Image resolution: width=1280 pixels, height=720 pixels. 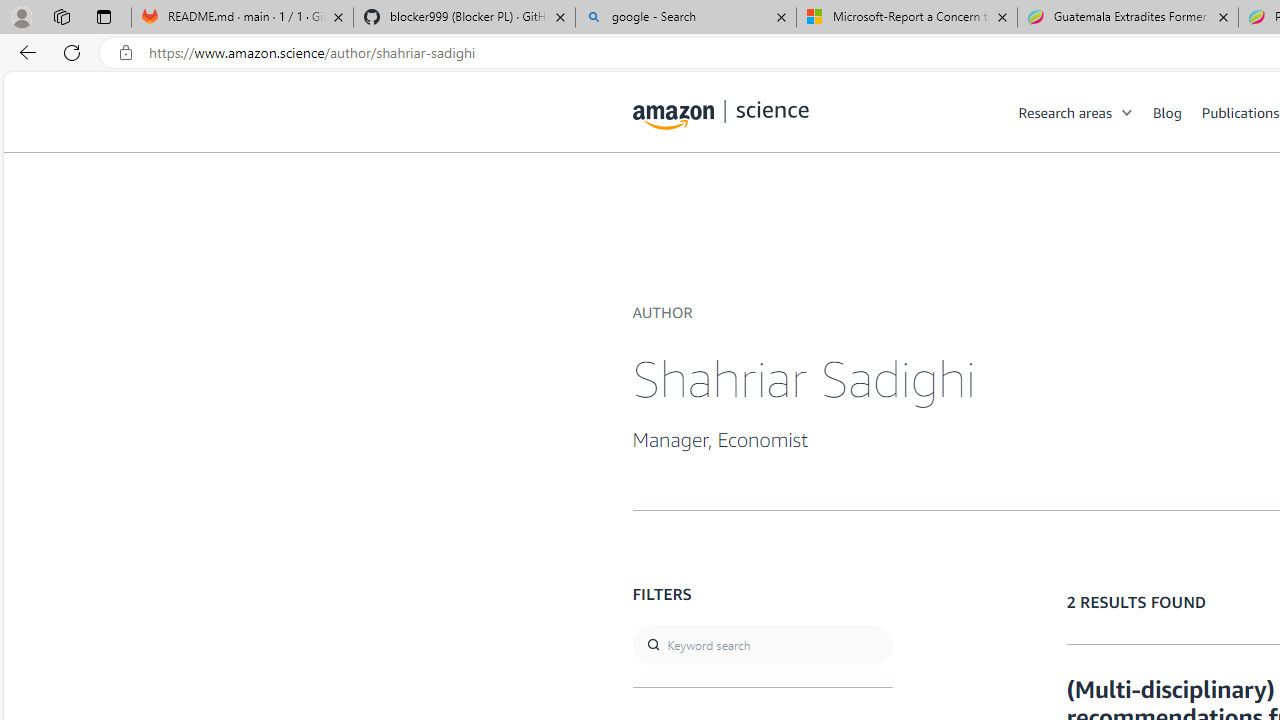 I want to click on 'Blog', so click(x=1177, y=111).